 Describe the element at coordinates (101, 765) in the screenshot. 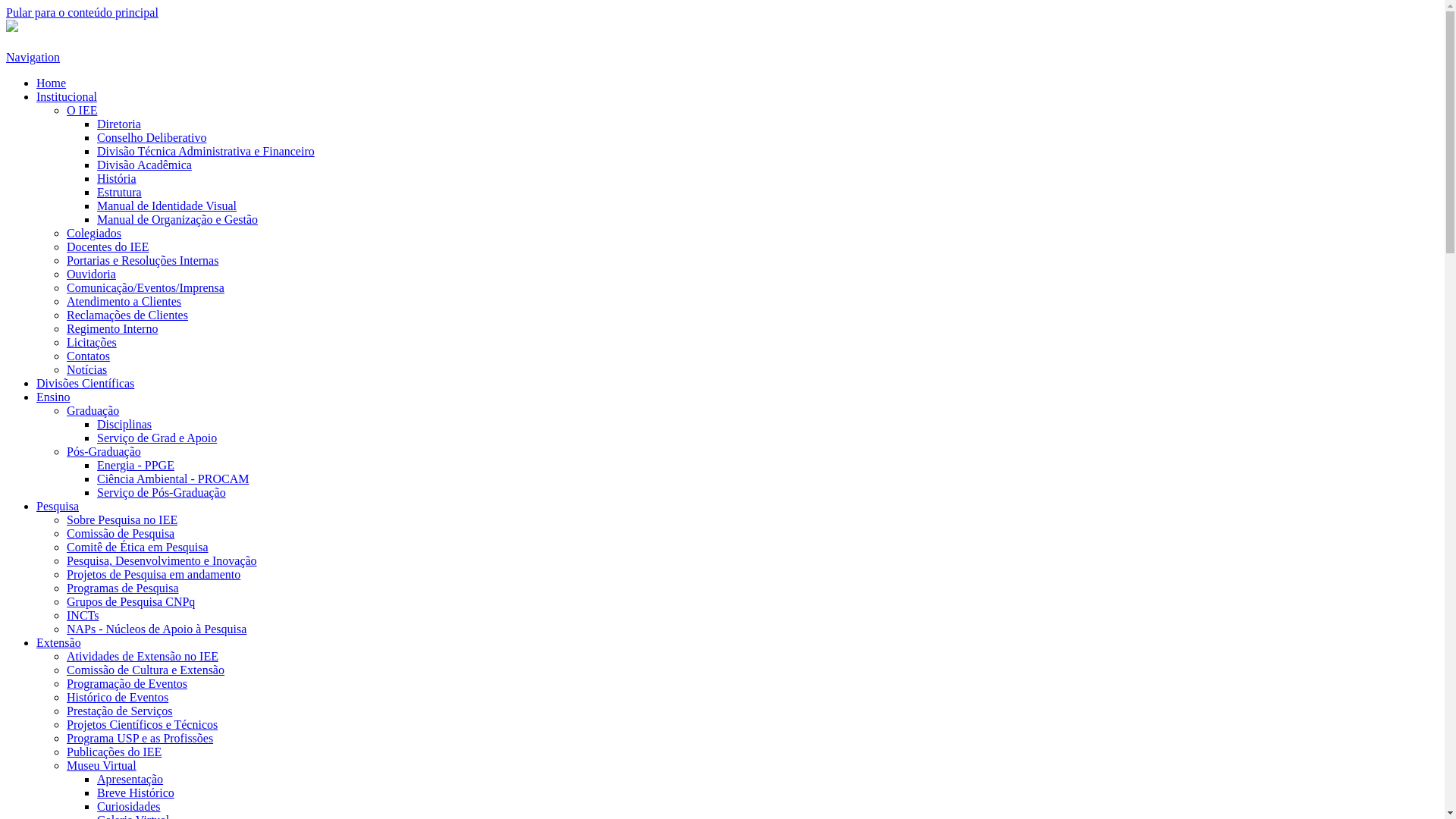

I see `'Museu Virtual'` at that location.